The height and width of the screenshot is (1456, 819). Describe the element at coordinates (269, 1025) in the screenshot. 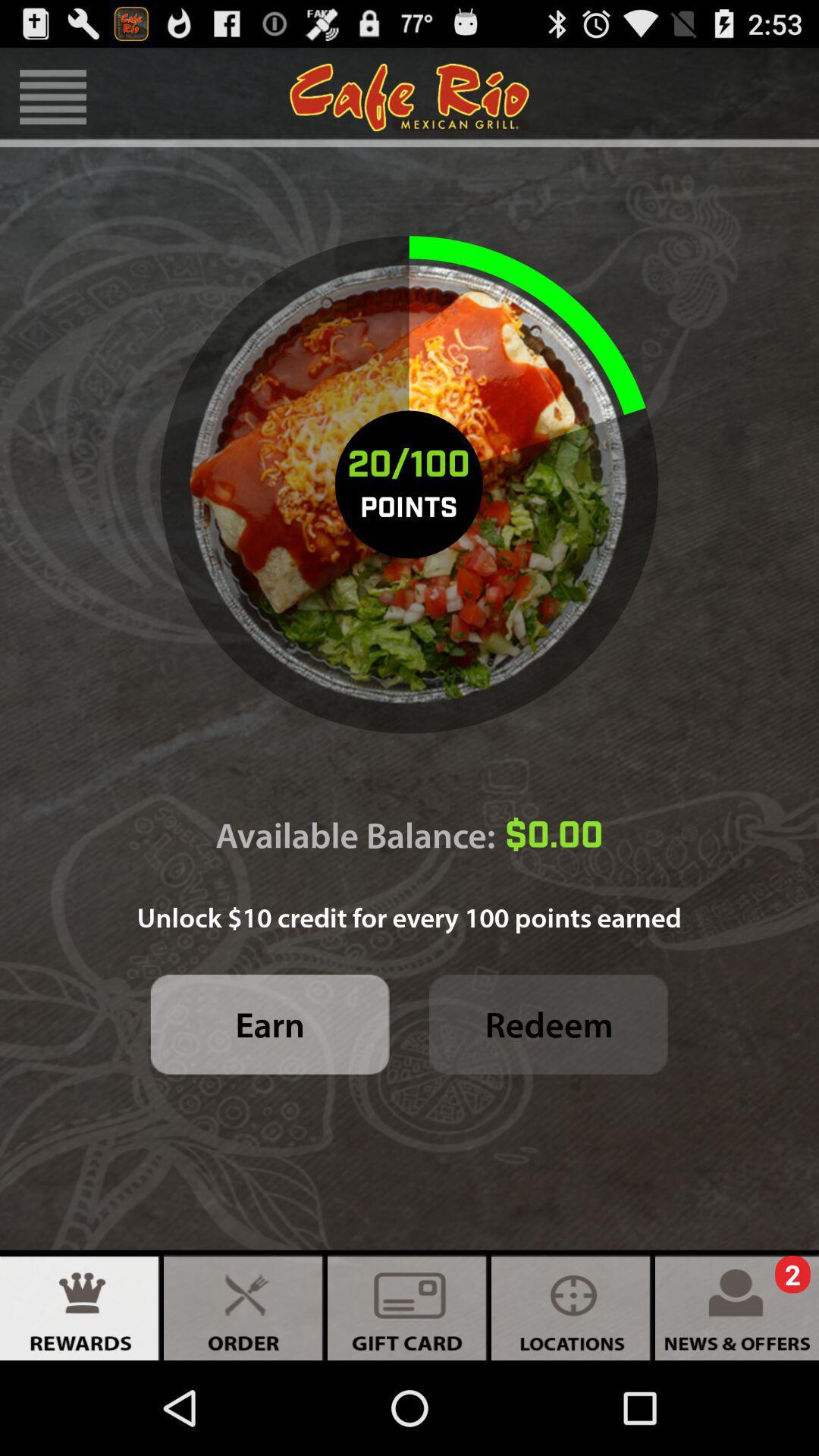

I see `earn icon` at that location.